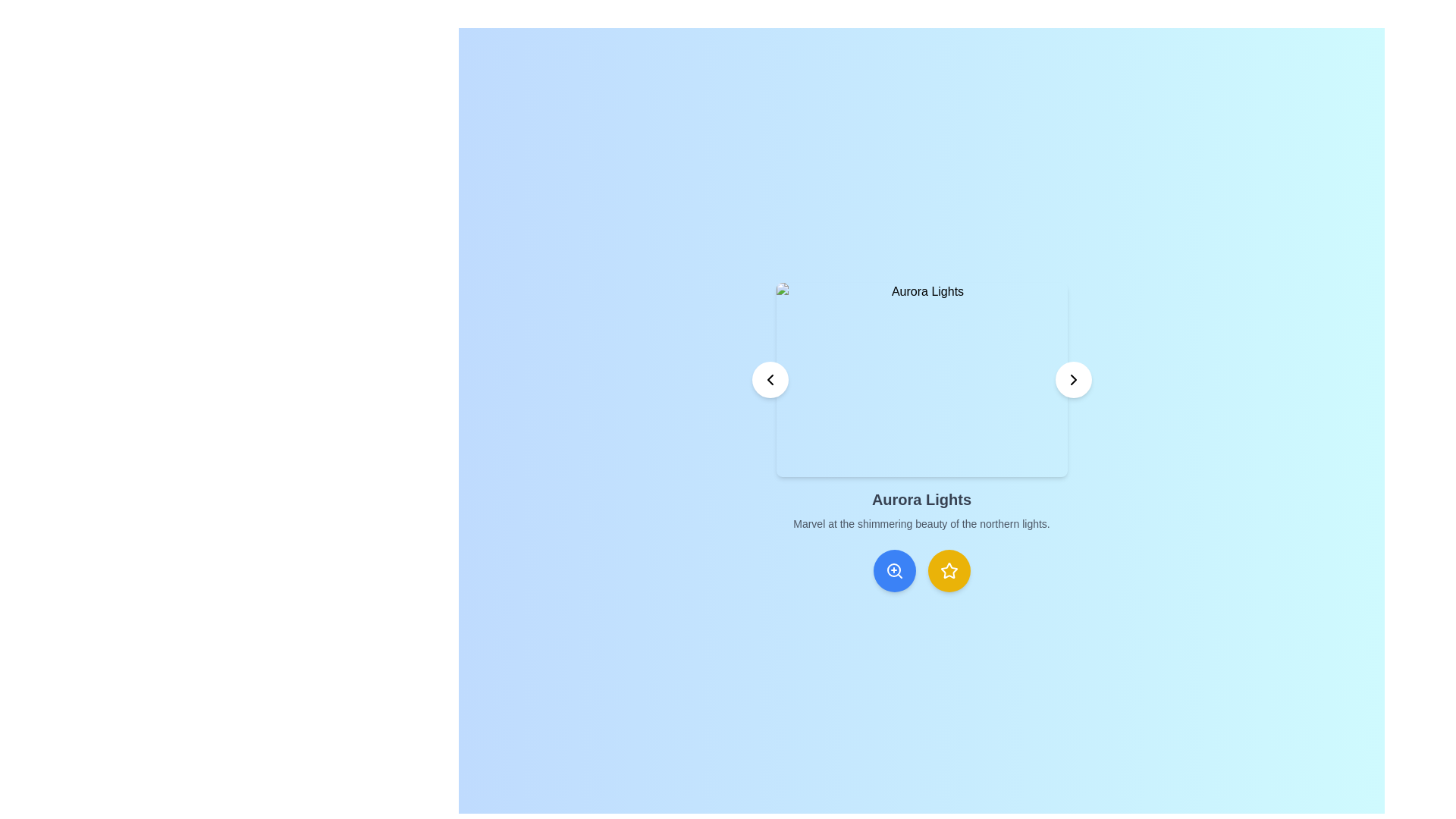  What do you see at coordinates (770, 379) in the screenshot?
I see `the navigational button with an icon located on the left side of the card interface` at bounding box center [770, 379].